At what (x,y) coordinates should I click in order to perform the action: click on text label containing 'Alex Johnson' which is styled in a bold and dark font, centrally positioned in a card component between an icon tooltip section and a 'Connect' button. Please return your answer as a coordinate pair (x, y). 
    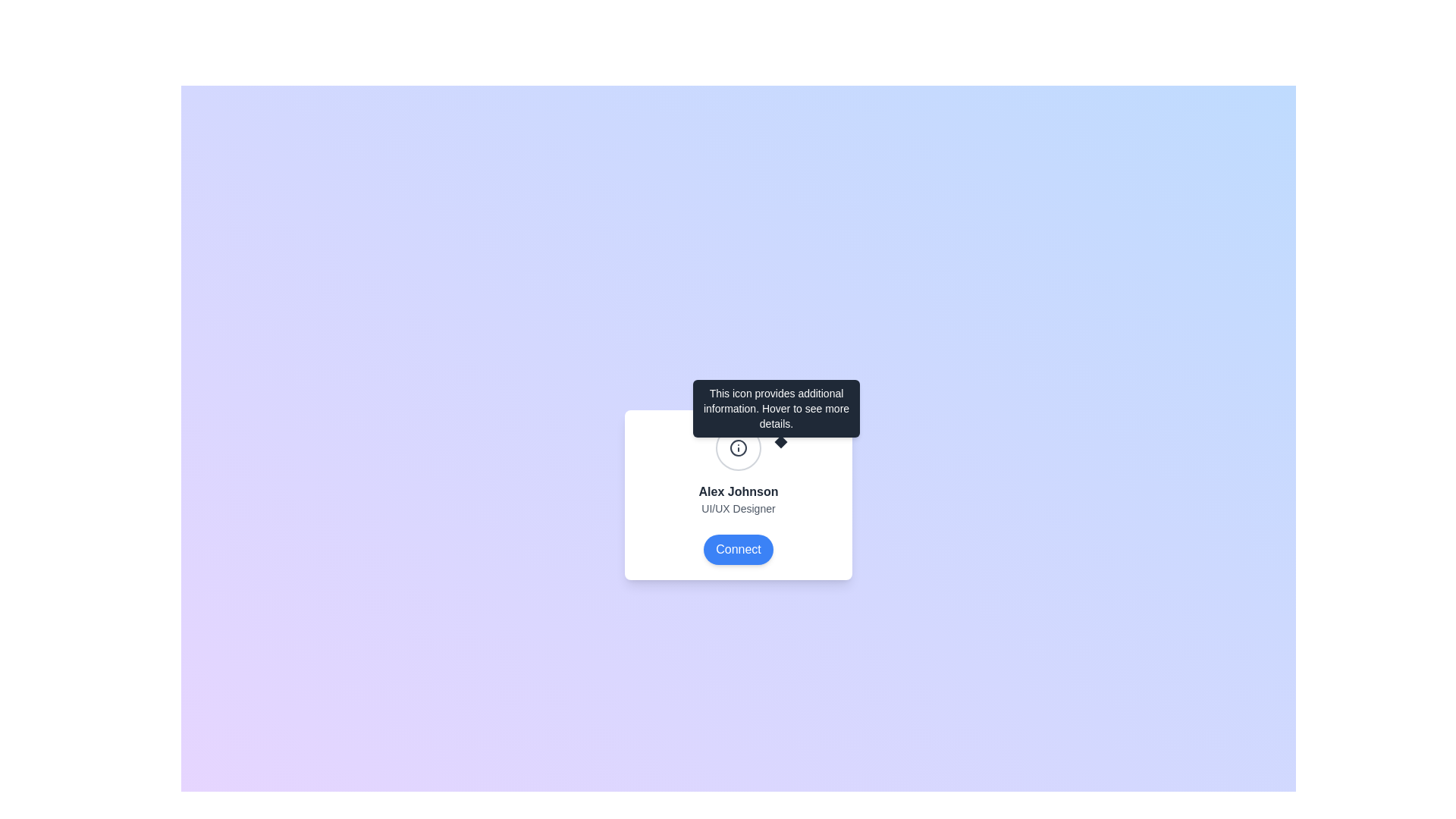
    Looking at the image, I should click on (739, 491).